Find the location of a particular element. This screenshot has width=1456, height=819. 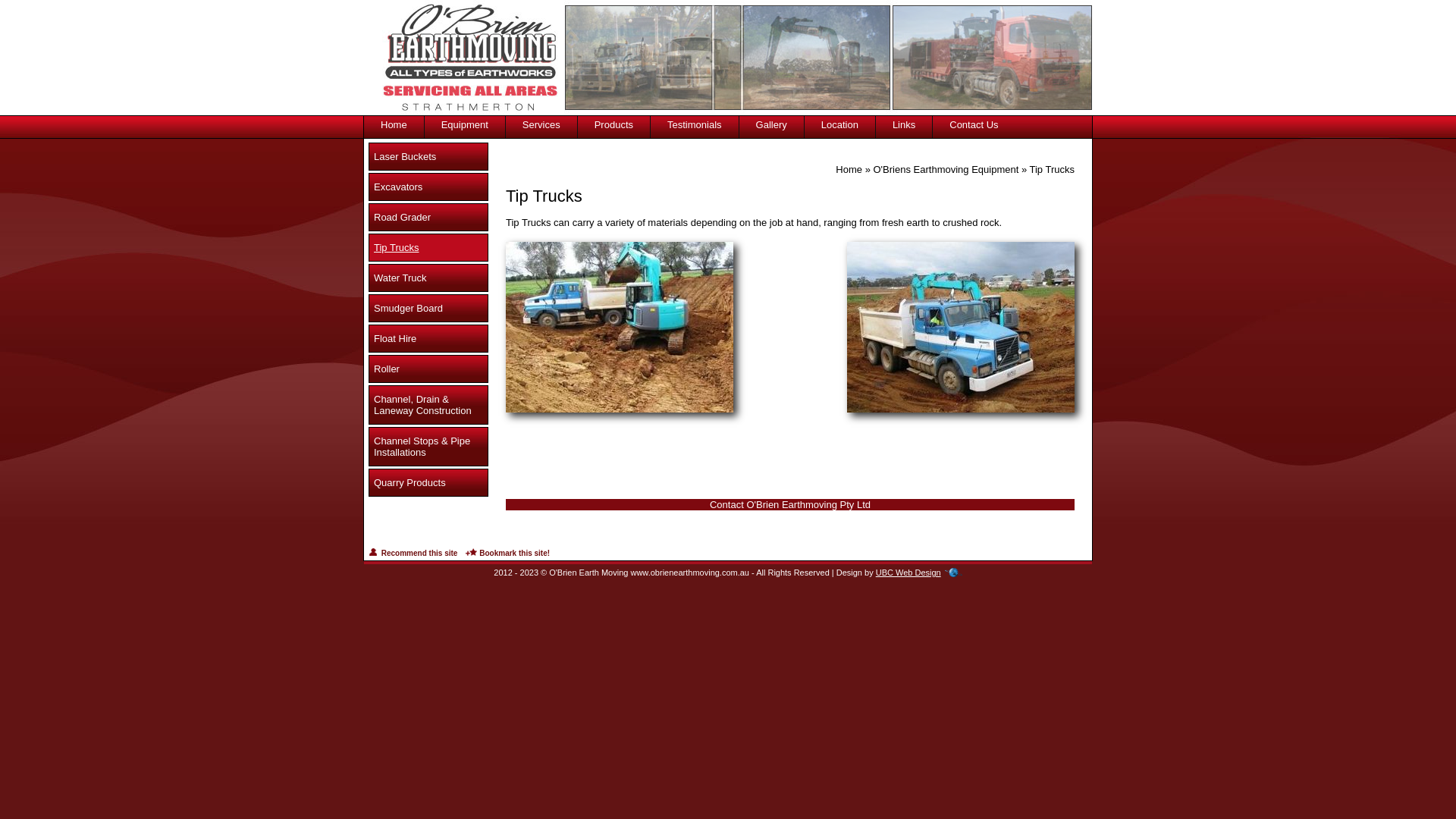

'Home' is located at coordinates (394, 118).